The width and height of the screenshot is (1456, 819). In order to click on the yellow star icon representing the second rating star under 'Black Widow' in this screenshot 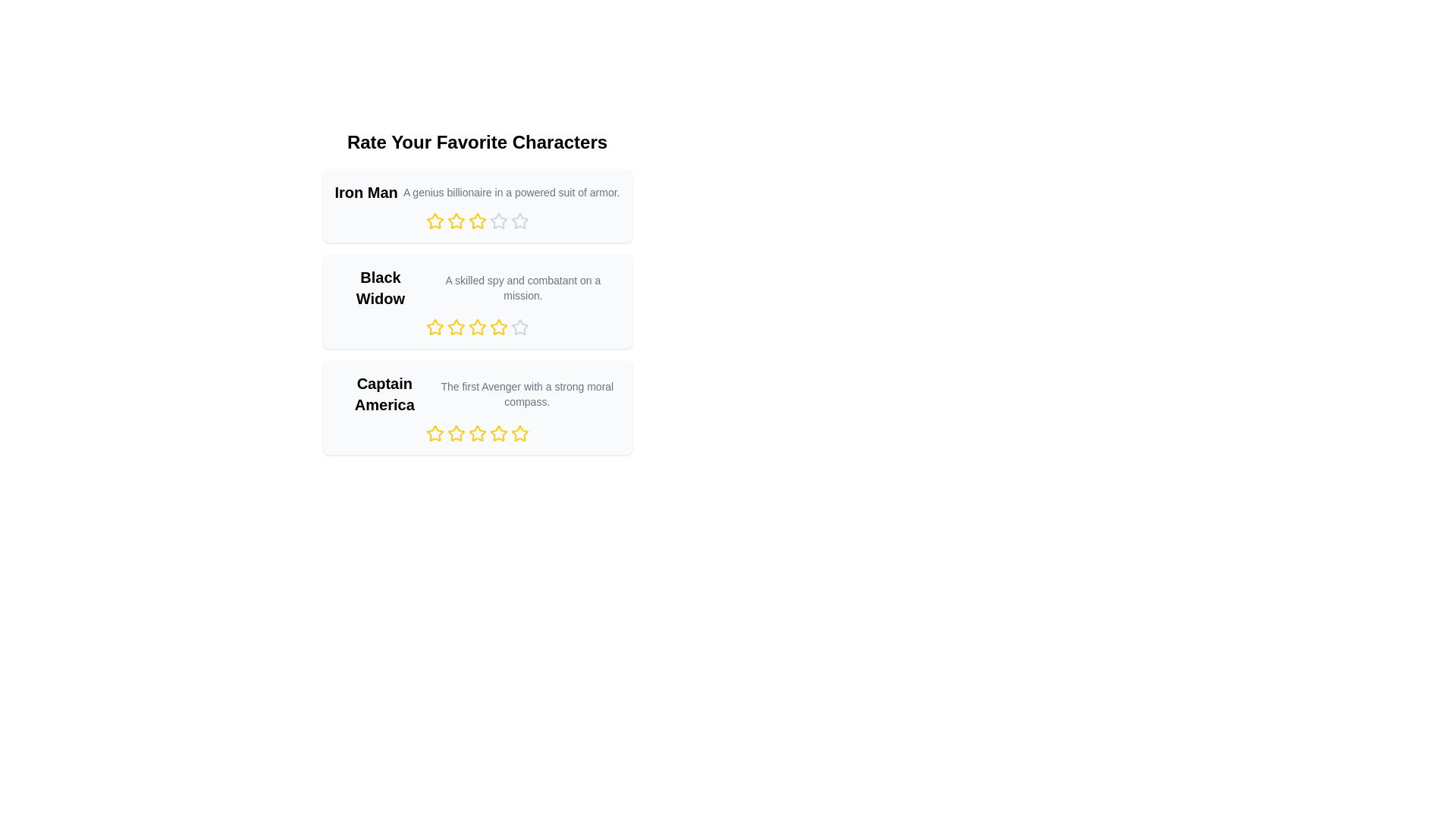, I will do `click(455, 327)`.